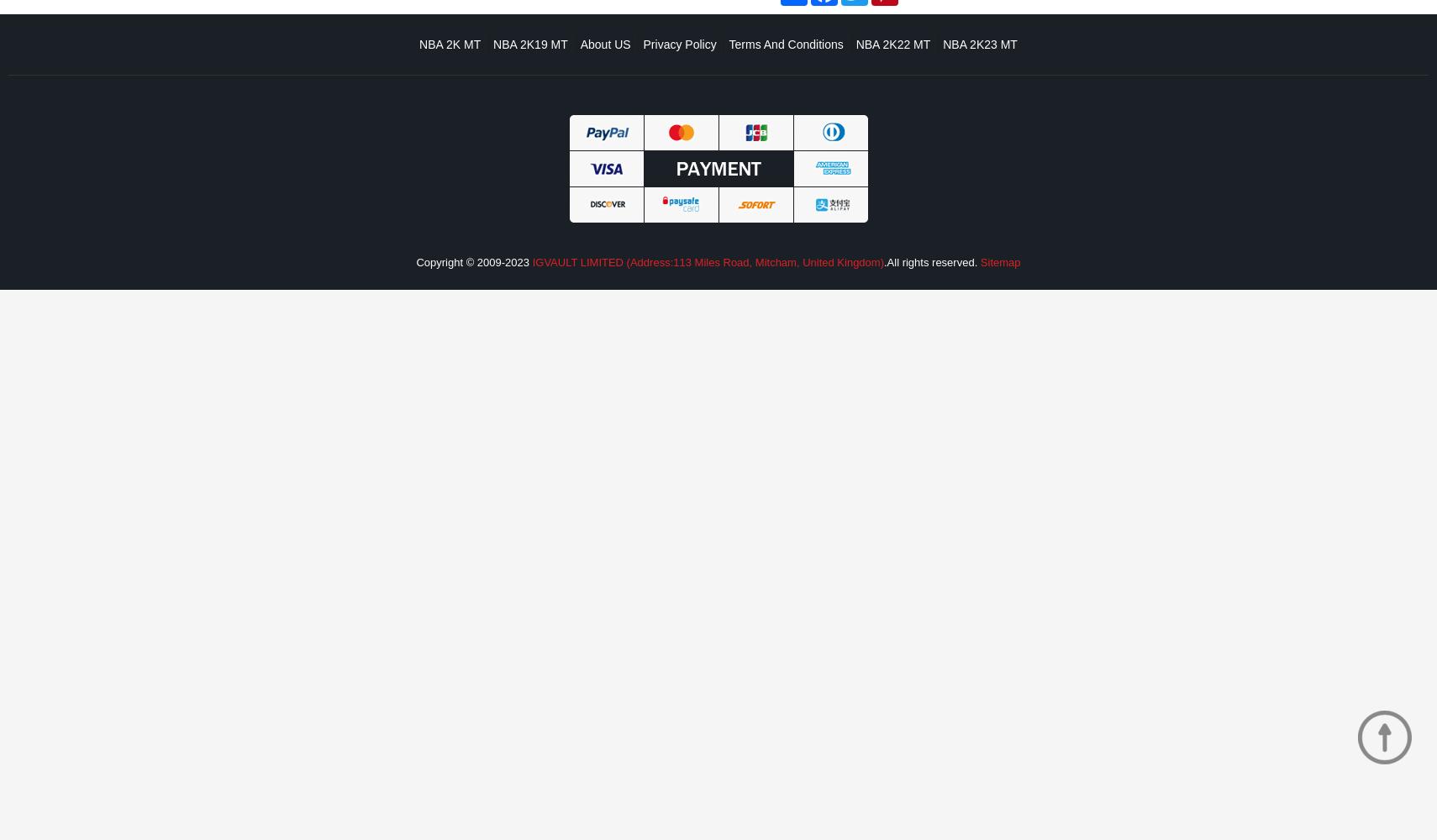 This screenshot has width=1437, height=840. What do you see at coordinates (493, 45) in the screenshot?
I see `'NBA 2K19 MT'` at bounding box center [493, 45].